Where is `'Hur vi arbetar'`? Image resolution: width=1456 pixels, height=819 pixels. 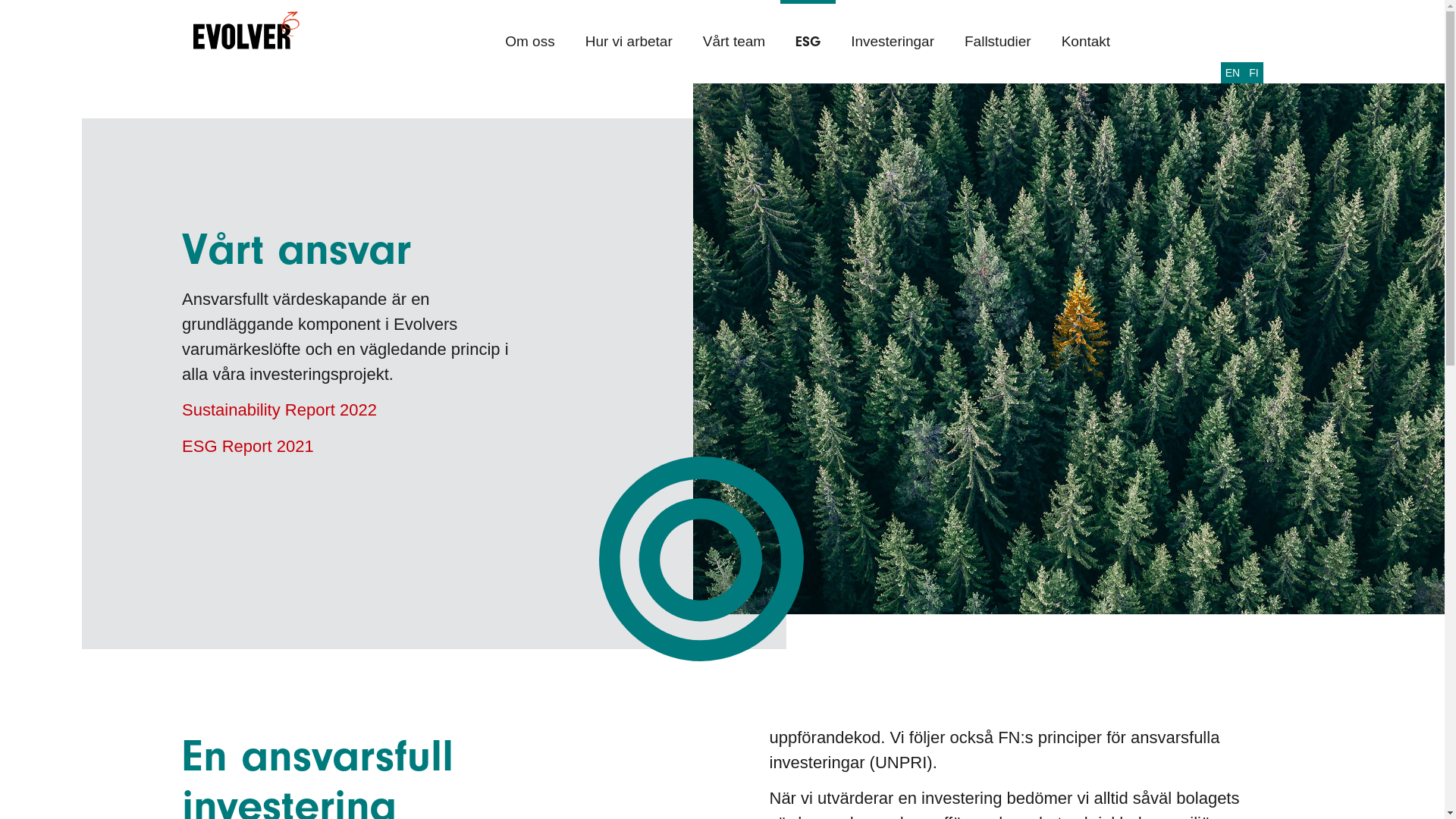
'Hur vi arbetar' is located at coordinates (629, 40).